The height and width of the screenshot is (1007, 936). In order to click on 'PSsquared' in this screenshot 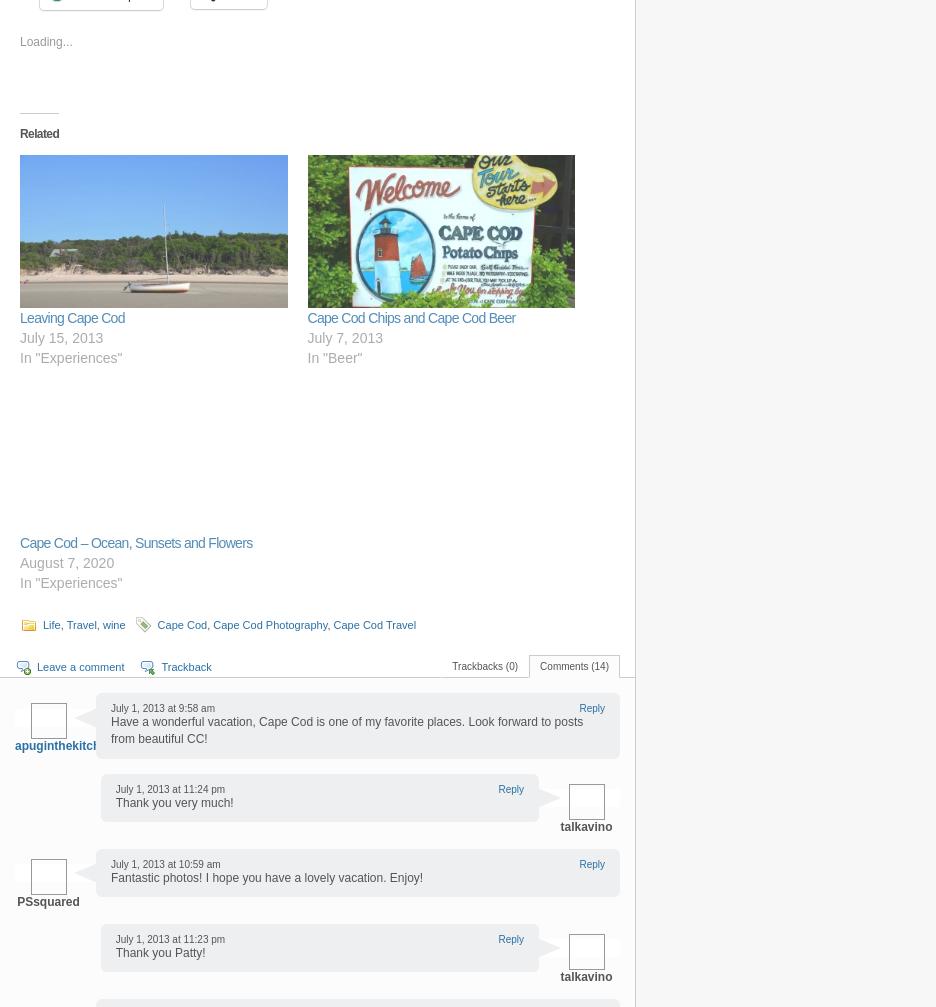, I will do `click(48, 899)`.